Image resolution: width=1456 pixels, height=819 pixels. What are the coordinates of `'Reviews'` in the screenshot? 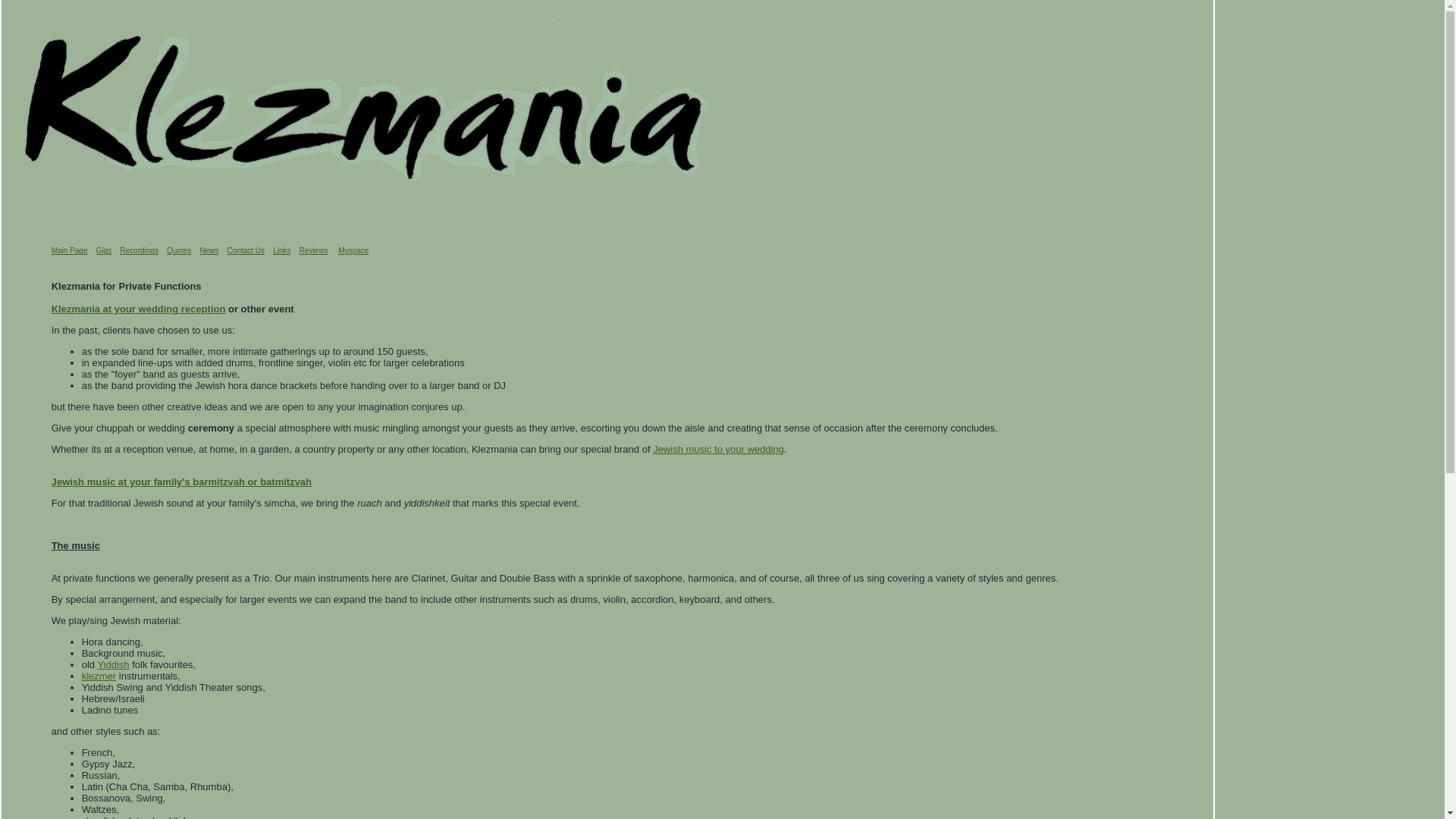 It's located at (312, 249).